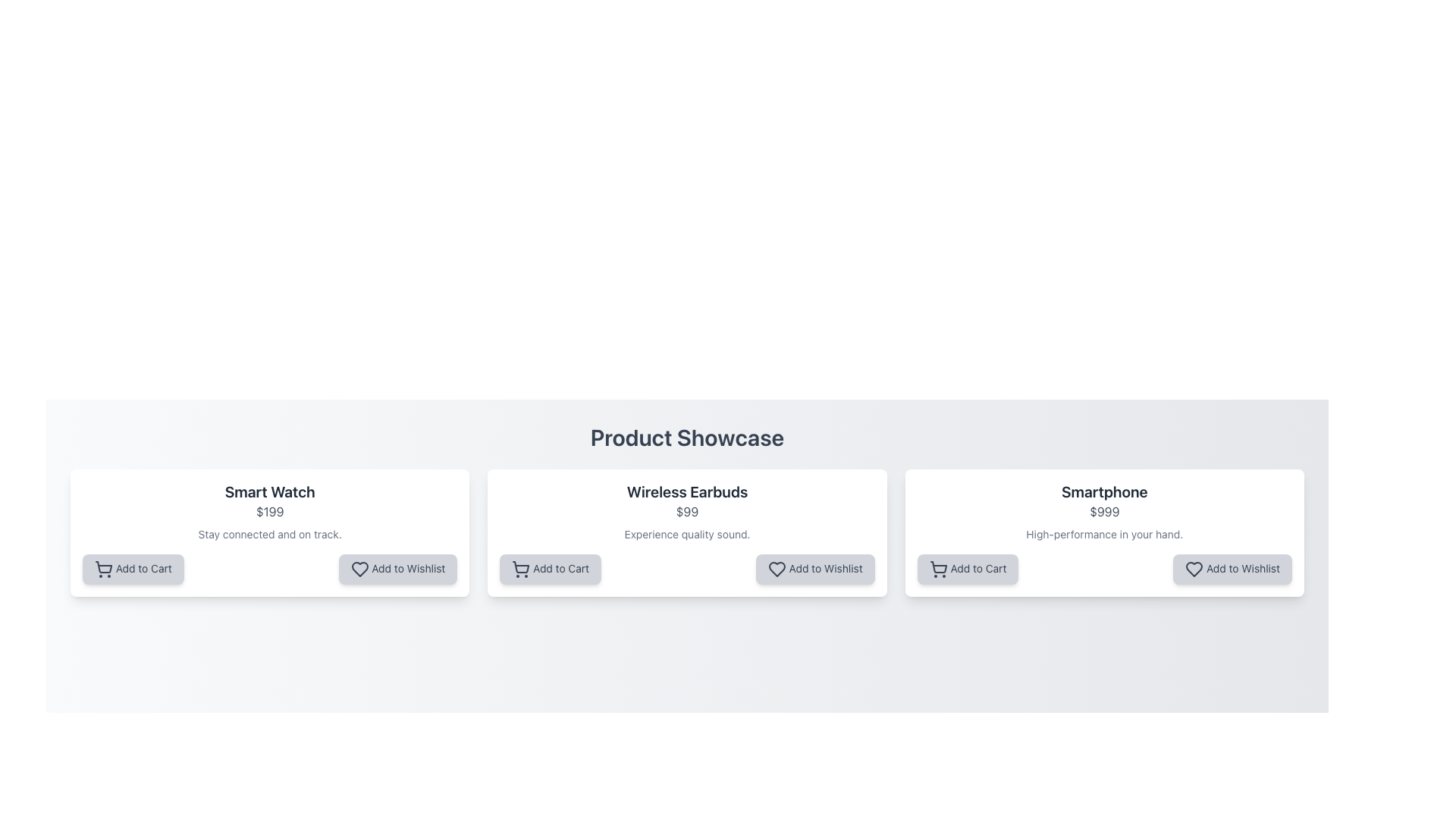 The width and height of the screenshot is (1456, 819). I want to click on the shopping cart icon within the 'Add to Cart' button located under the 'Smartphone' product section, so click(937, 567).